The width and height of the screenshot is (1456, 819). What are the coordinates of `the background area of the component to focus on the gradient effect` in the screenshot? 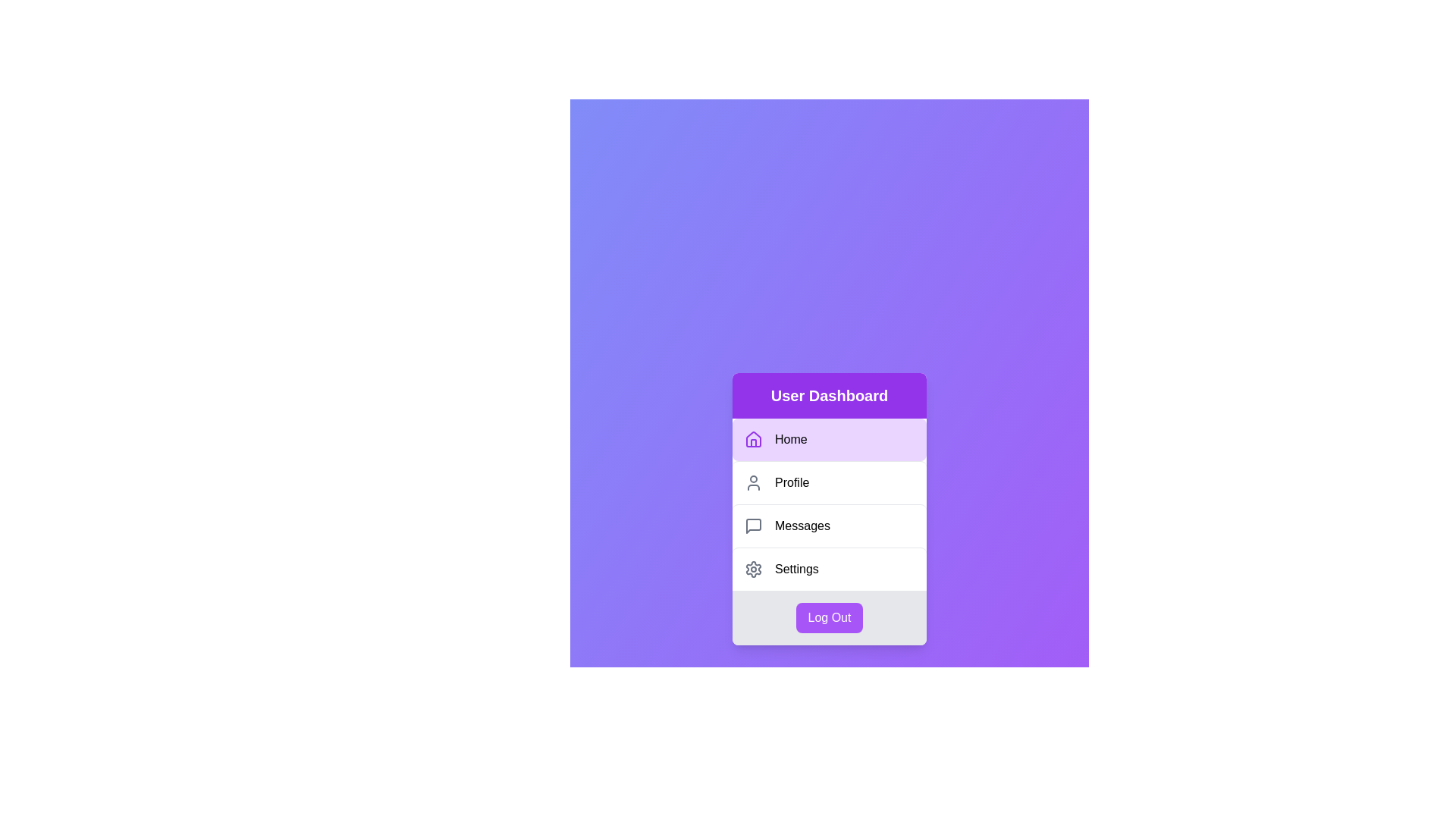 It's located at (607, 303).